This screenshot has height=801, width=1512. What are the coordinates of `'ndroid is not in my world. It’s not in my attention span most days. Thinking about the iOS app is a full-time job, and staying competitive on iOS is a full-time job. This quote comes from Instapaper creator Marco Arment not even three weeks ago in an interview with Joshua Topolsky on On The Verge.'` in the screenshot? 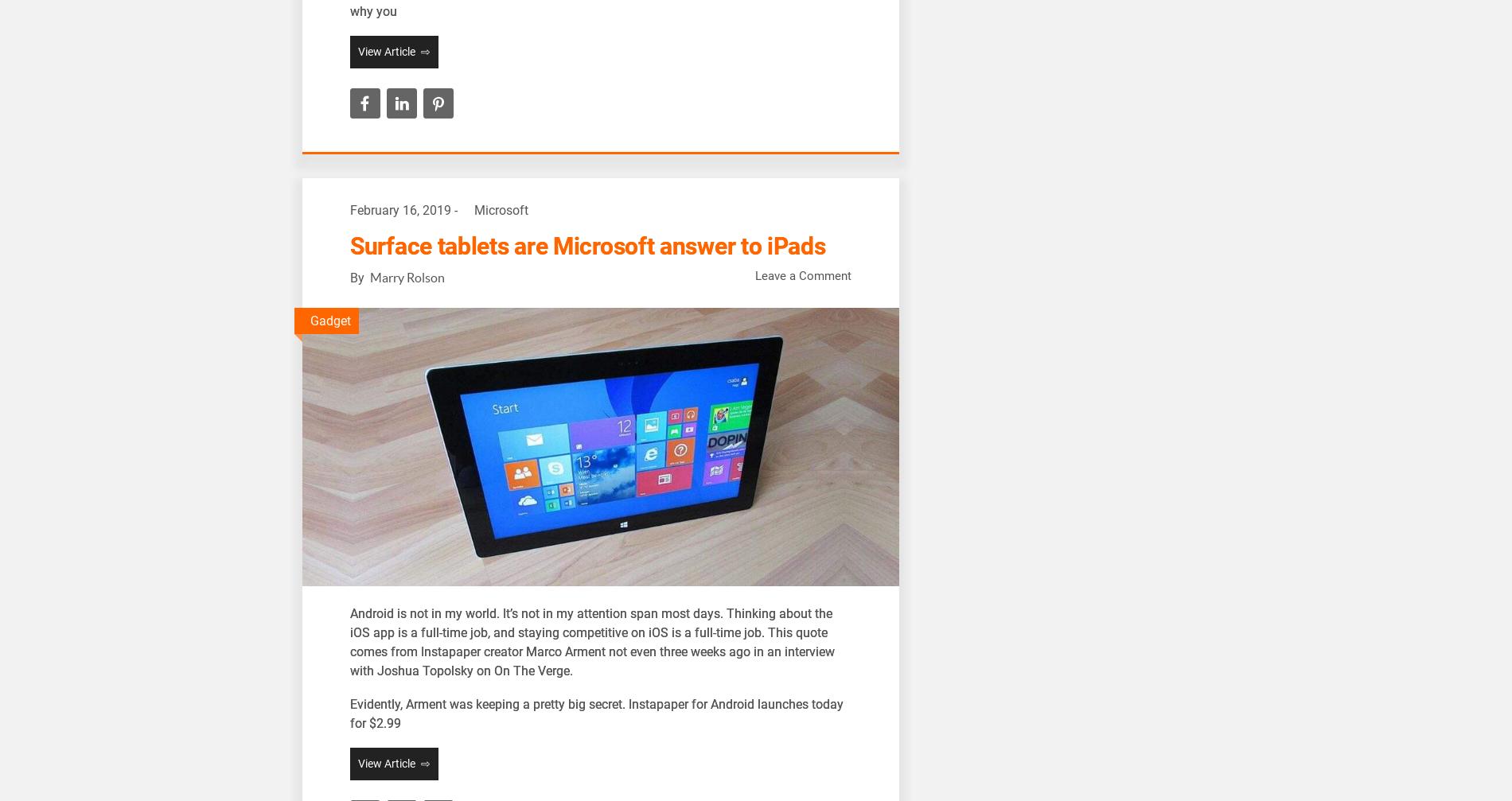 It's located at (591, 641).